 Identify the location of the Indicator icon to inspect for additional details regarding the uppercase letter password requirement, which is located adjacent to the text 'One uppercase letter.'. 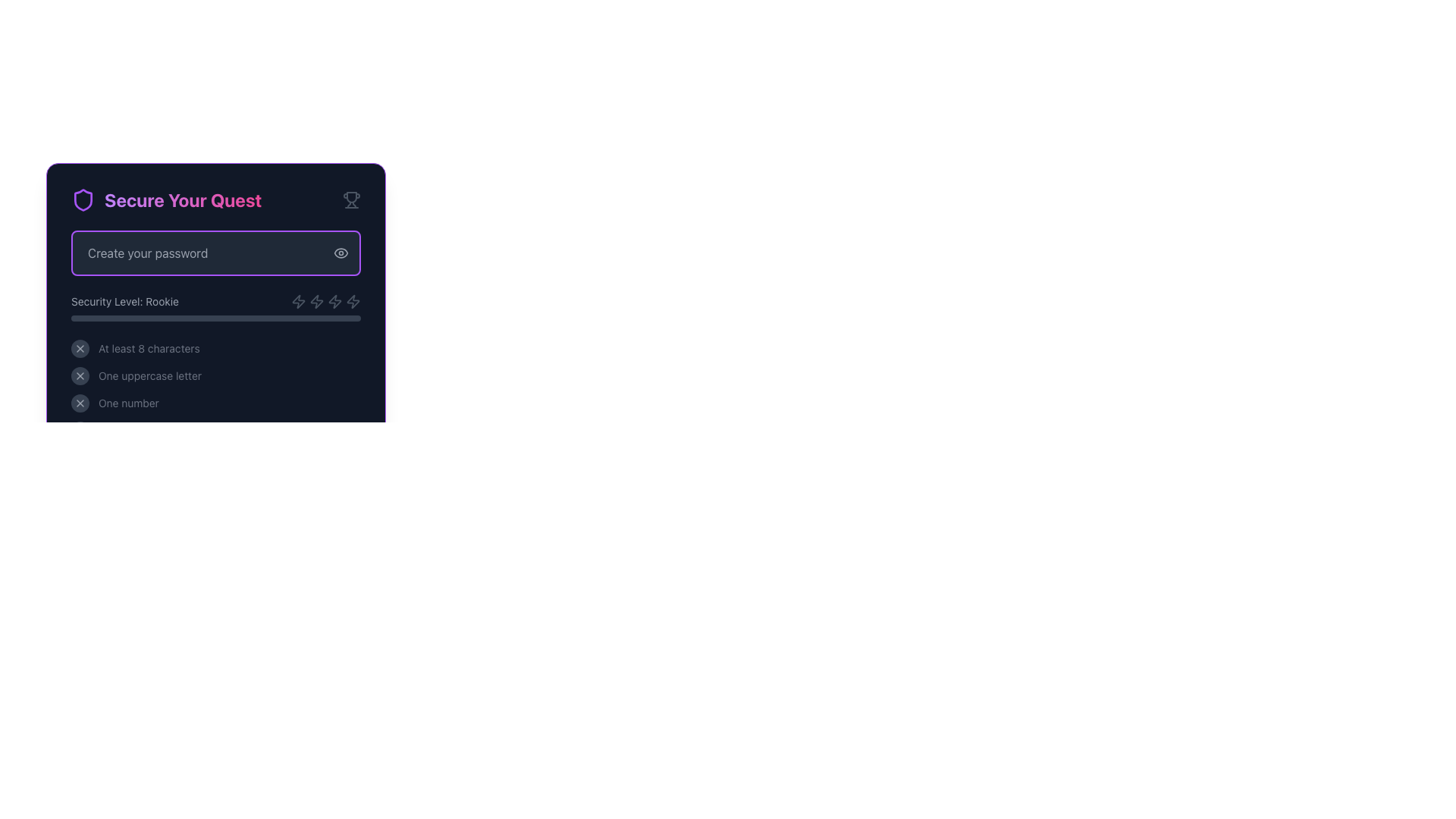
(79, 375).